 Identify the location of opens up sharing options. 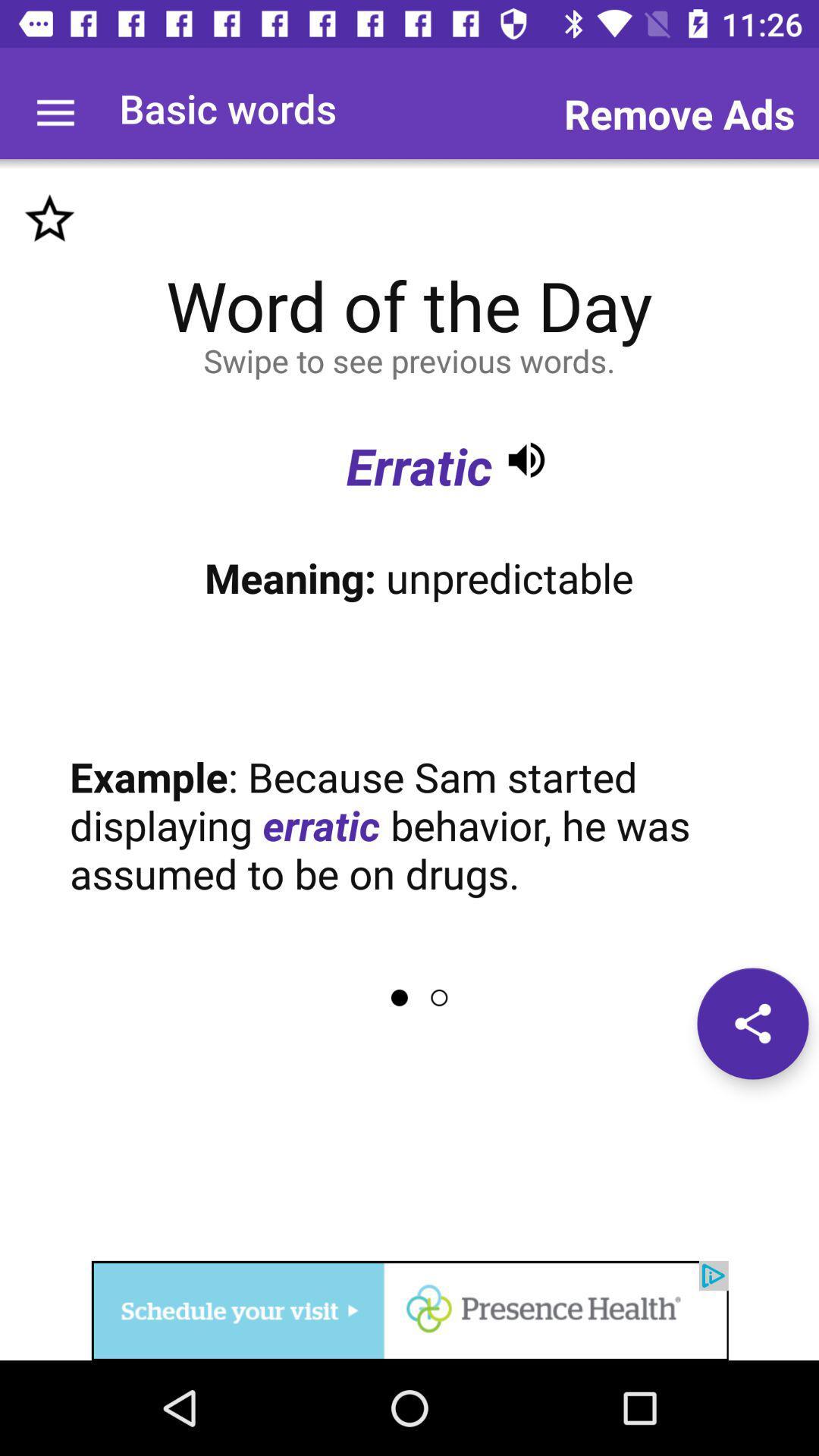
(752, 1023).